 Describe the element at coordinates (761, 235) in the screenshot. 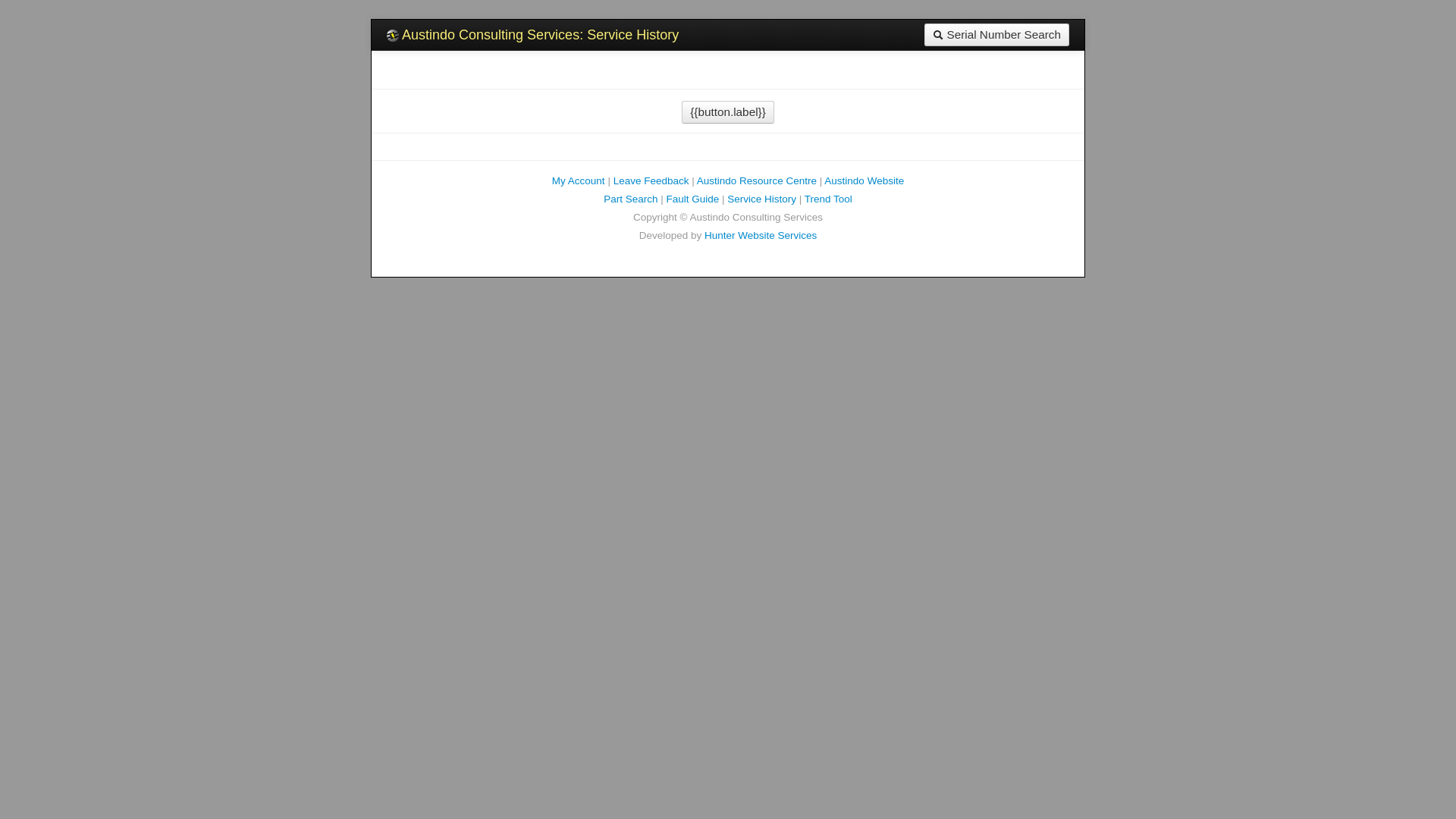

I see `'Hunter Website Services'` at that location.